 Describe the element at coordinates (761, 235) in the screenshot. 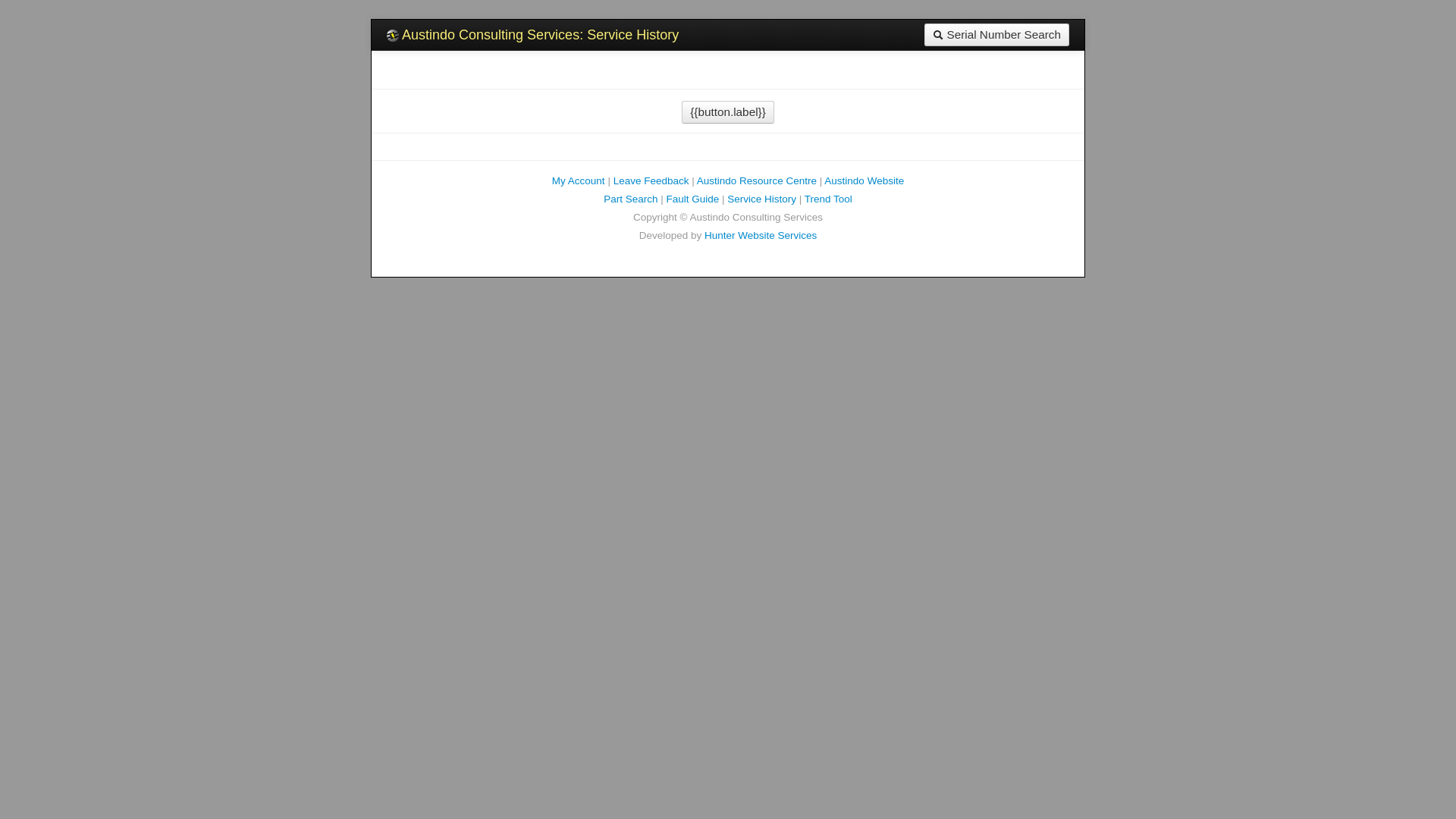

I see `'Hunter Website Services'` at that location.